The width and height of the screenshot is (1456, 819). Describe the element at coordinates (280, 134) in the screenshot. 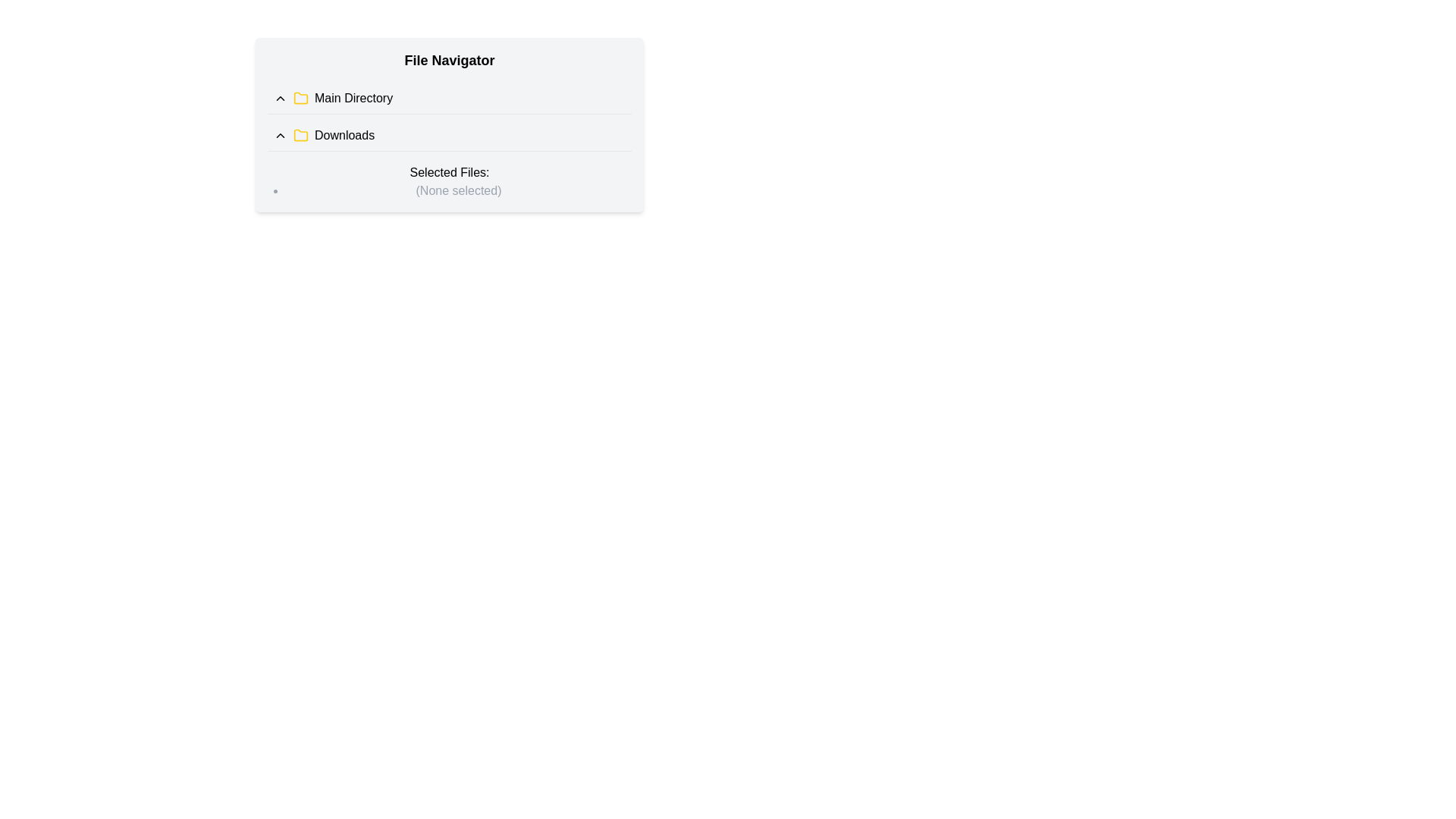

I see `the upward-pointing chevron icon located to the left of the 'Downloads' label` at that location.